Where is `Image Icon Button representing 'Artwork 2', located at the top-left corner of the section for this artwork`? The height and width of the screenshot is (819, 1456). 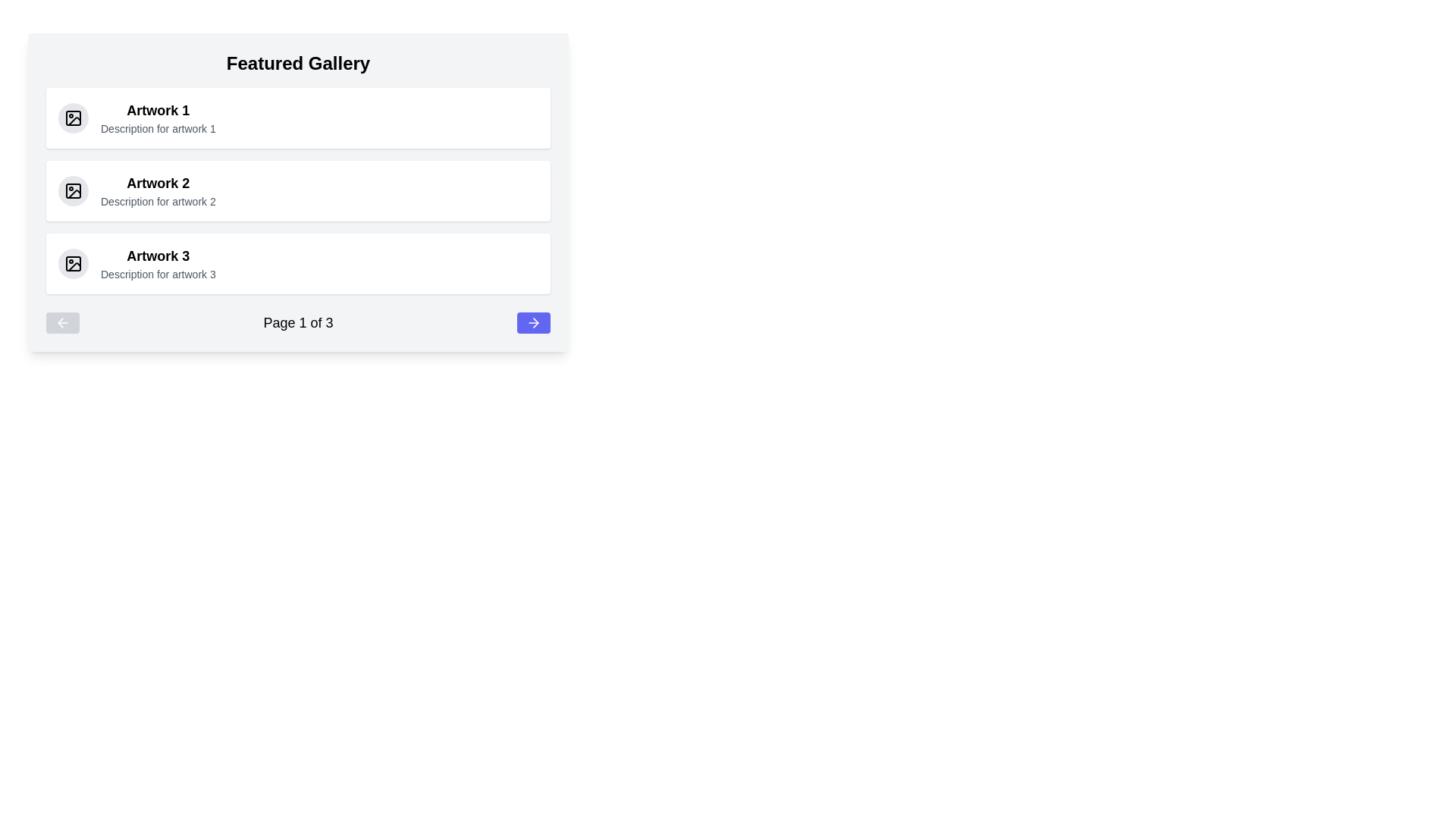 Image Icon Button representing 'Artwork 2', located at the top-left corner of the section for this artwork is located at coordinates (72, 190).